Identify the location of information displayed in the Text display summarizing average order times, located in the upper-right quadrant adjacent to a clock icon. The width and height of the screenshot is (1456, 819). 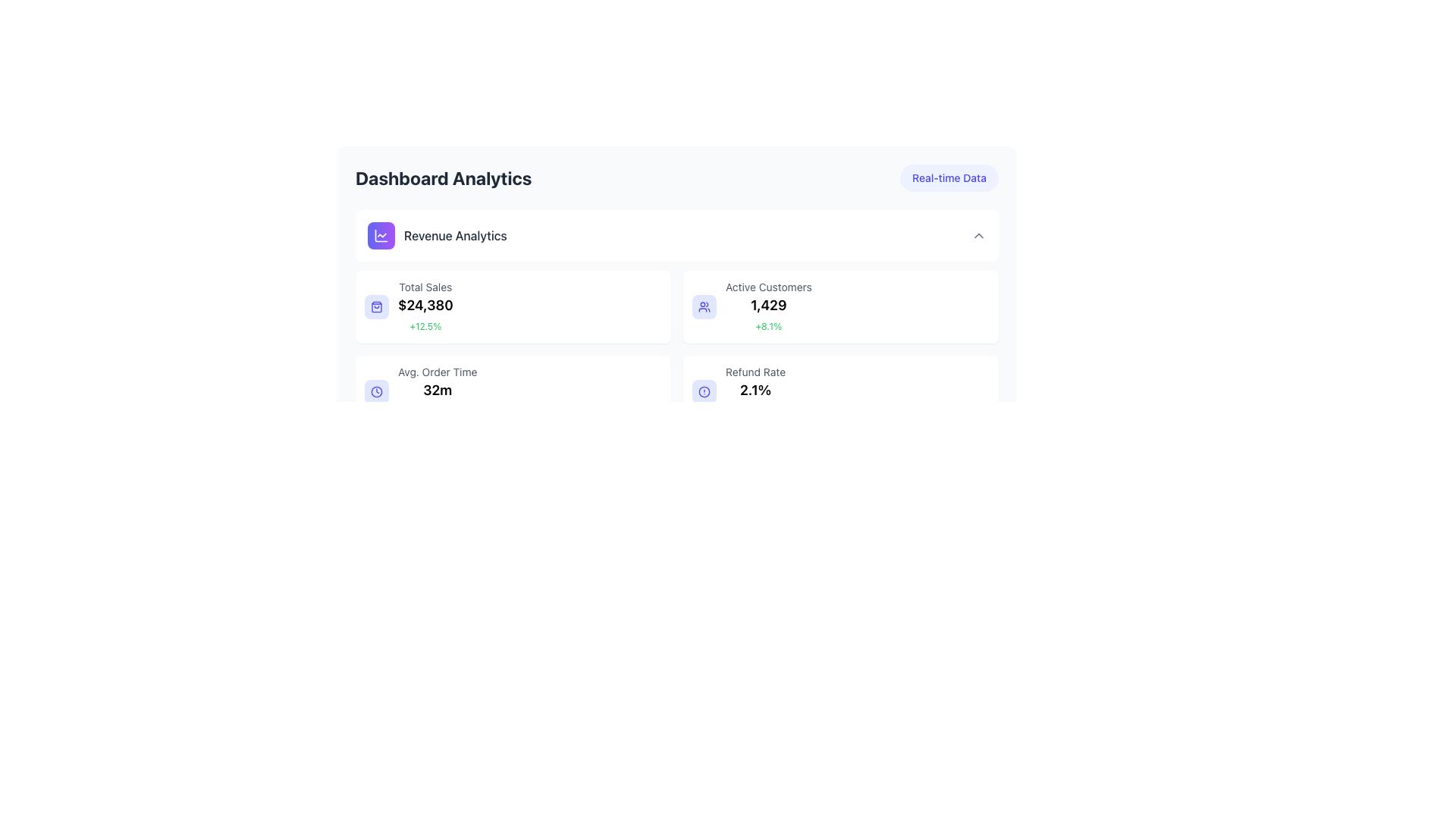
(437, 391).